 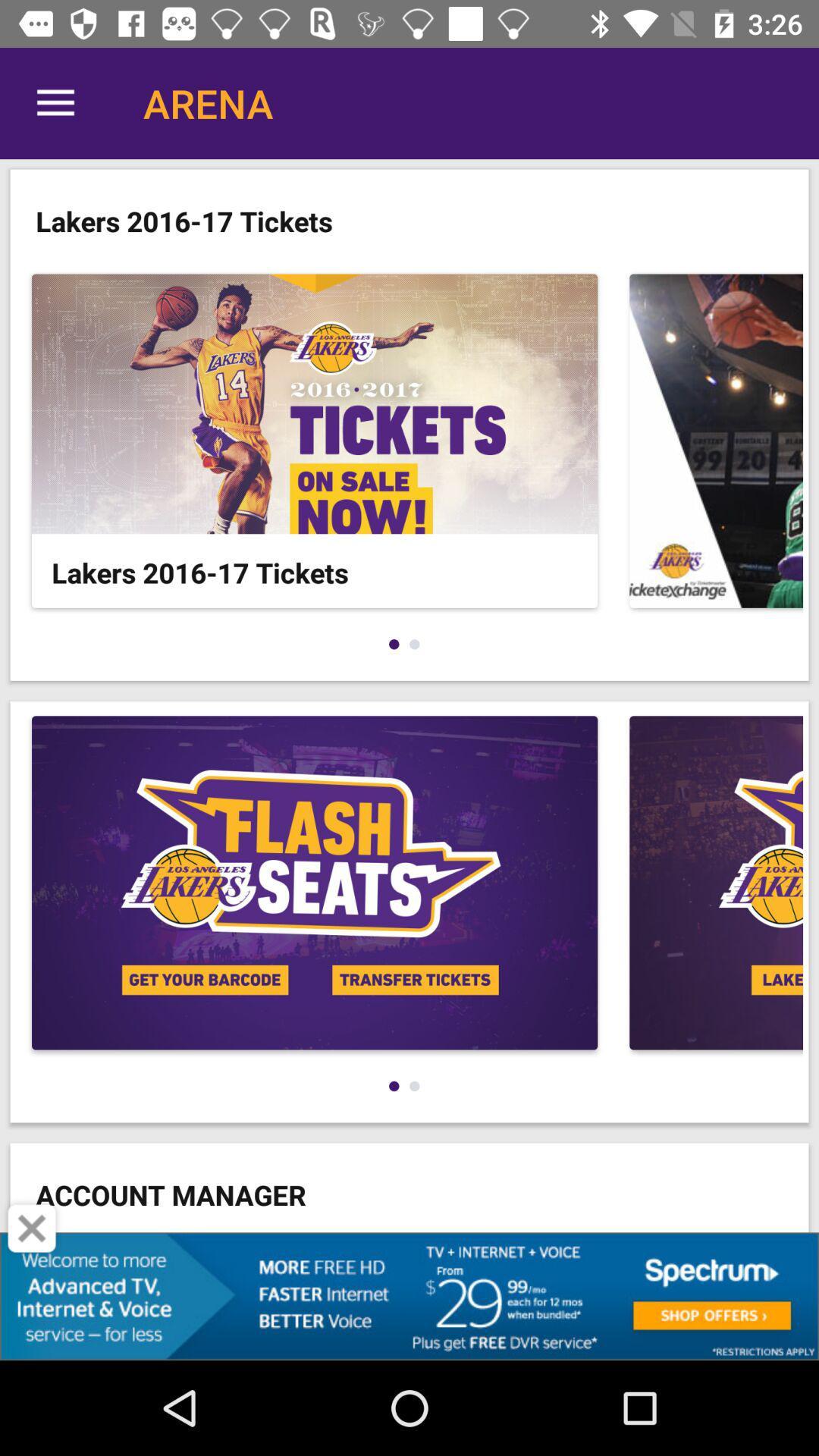 What do you see at coordinates (32, 1228) in the screenshot?
I see `click close option` at bounding box center [32, 1228].